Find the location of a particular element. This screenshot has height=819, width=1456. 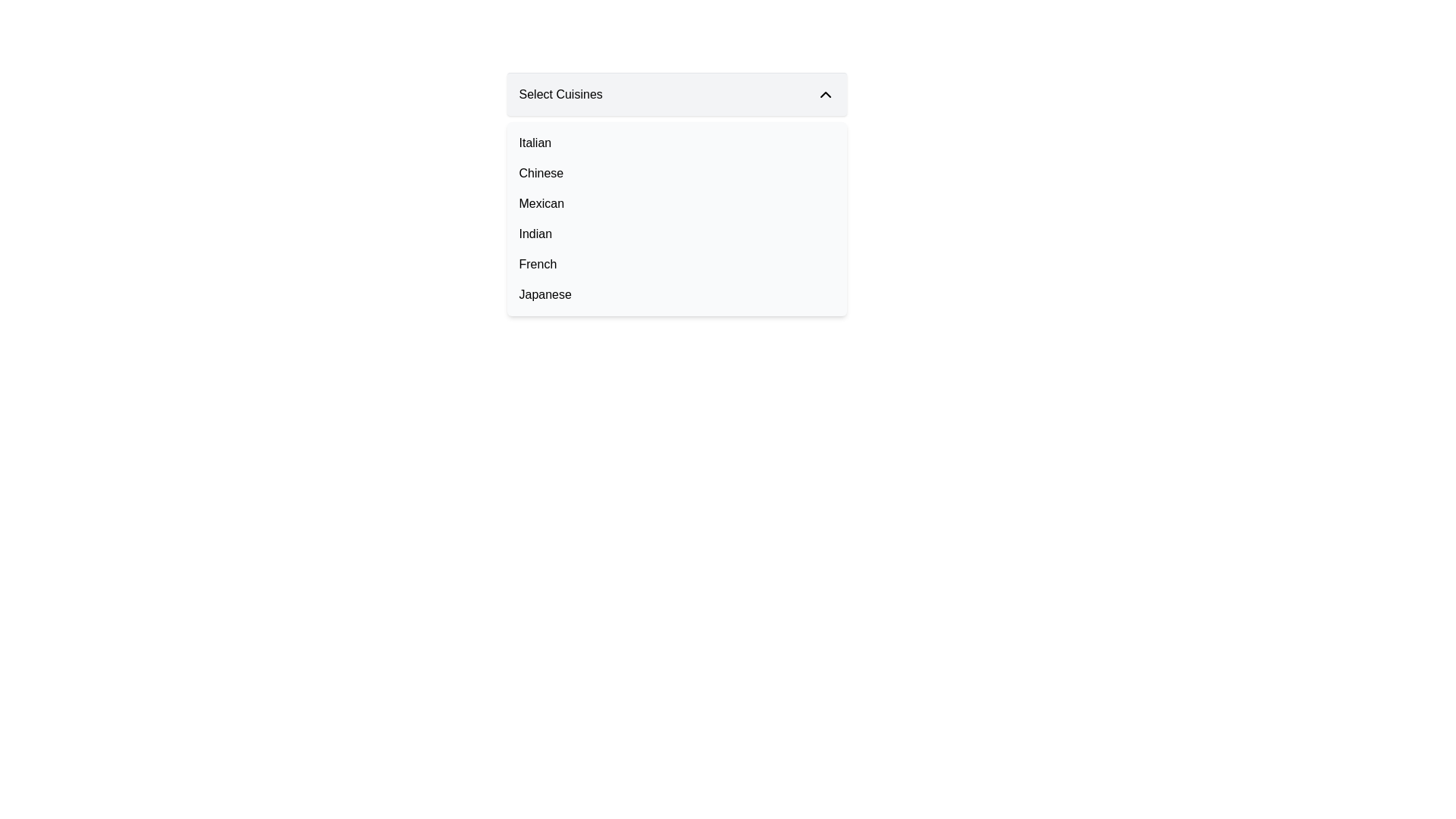

the 'Indian' text label within the dropdown menu is located at coordinates (535, 234).